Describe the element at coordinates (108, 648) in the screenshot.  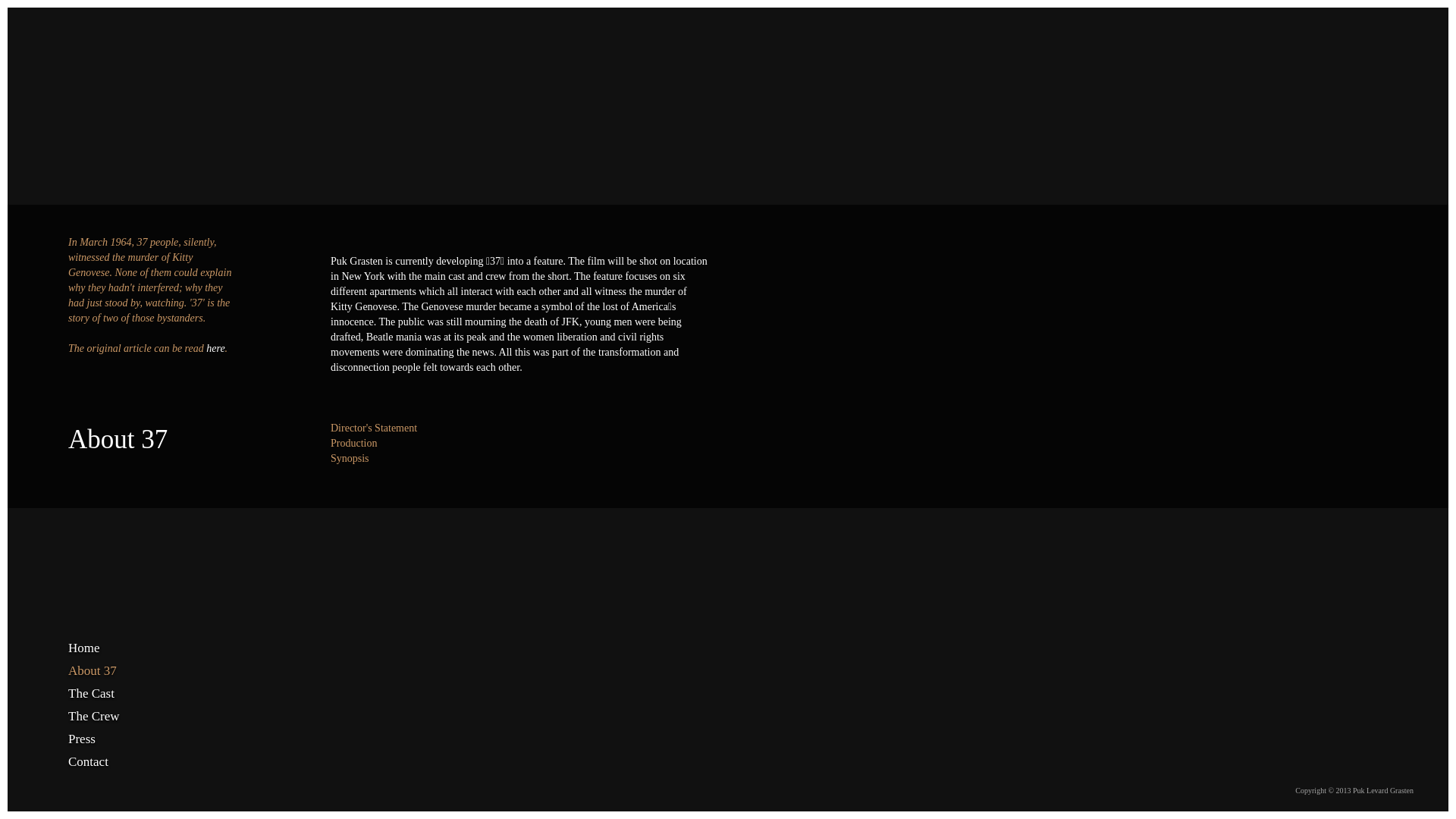
I see `'Home'` at that location.